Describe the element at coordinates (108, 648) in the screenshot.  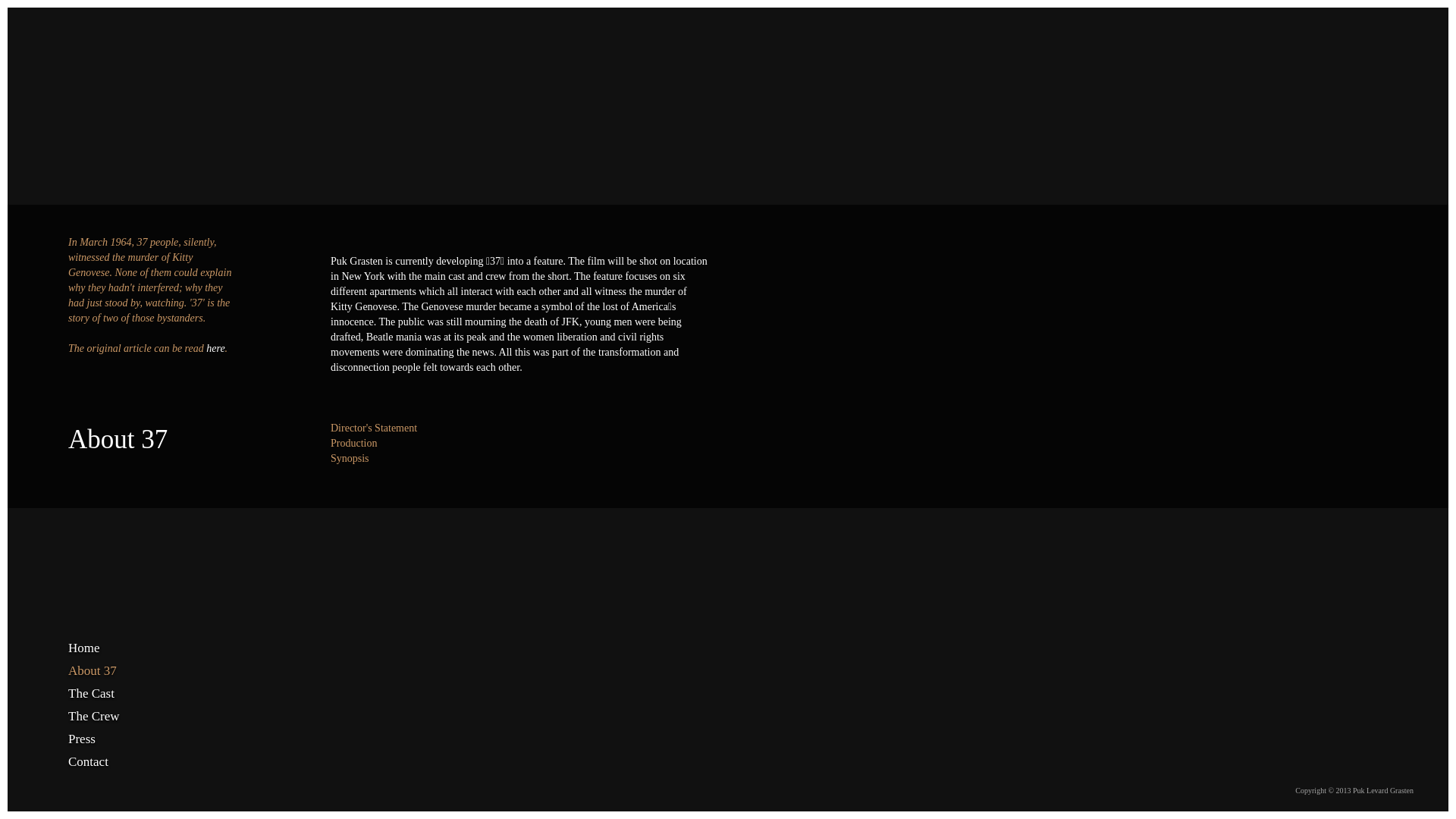
I see `'Home'` at that location.